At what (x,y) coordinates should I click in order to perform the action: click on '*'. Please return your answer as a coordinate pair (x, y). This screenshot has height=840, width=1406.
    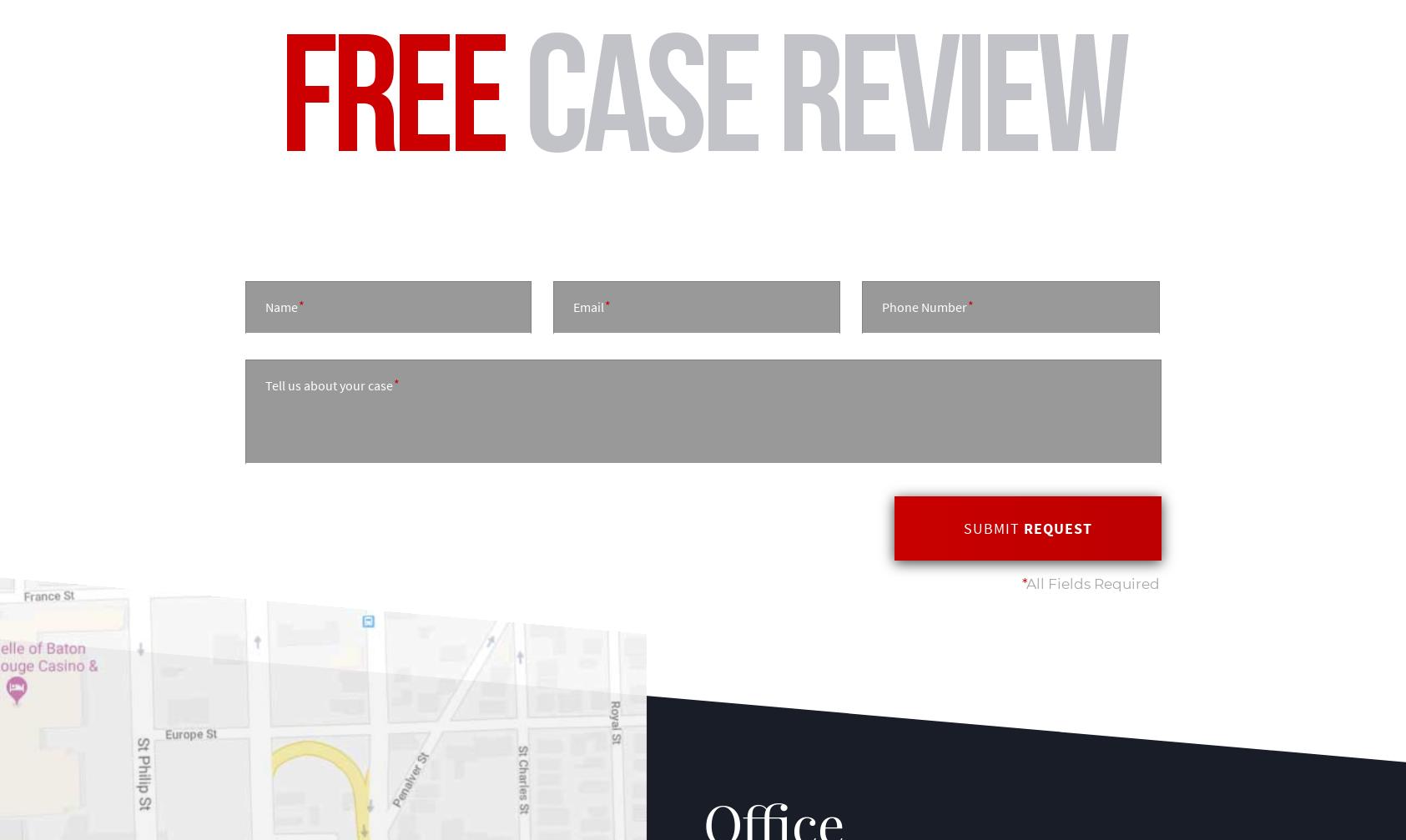
    Looking at the image, I should click on (1023, 582).